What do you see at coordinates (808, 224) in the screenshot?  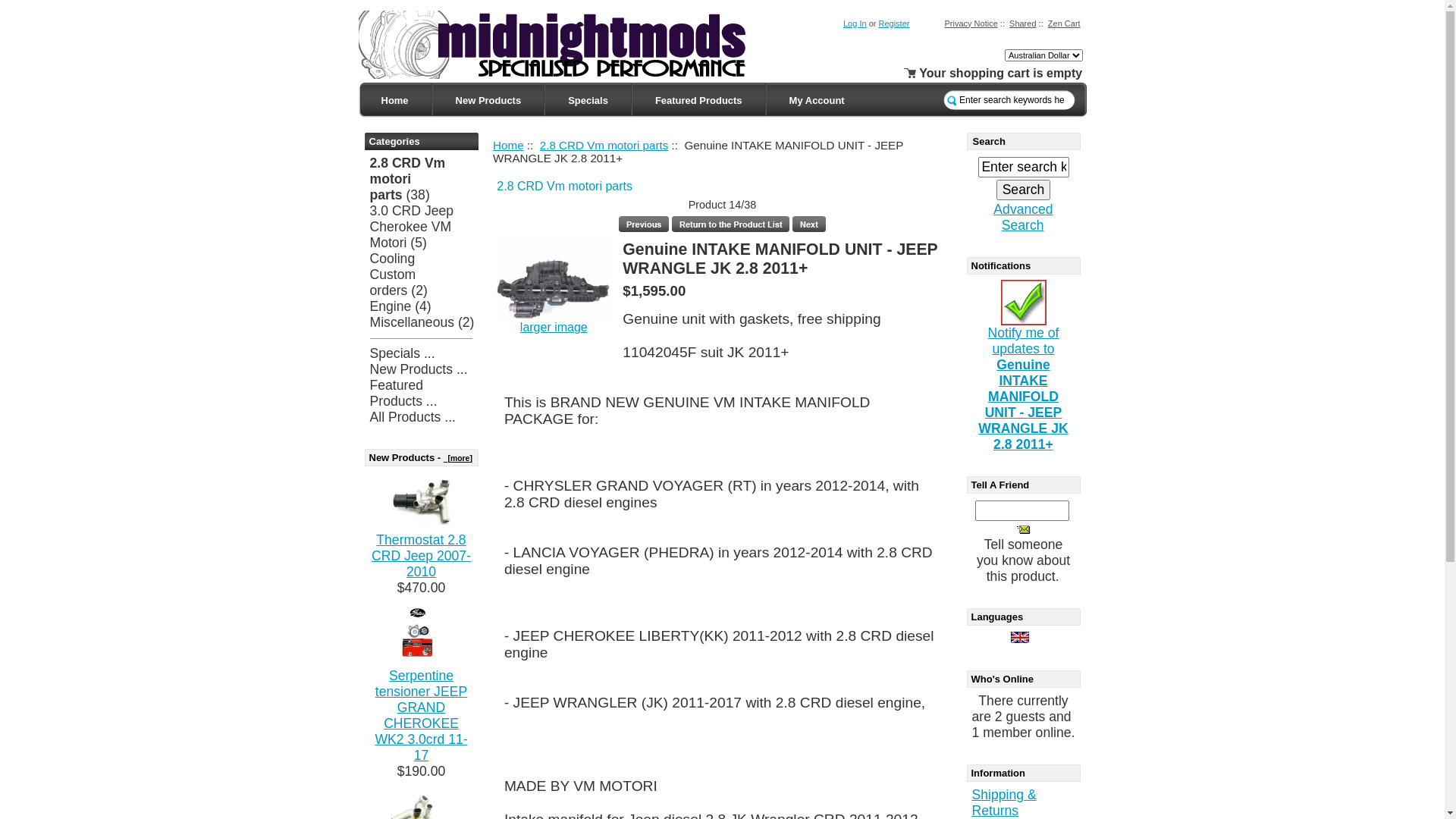 I see `' Next '` at bounding box center [808, 224].